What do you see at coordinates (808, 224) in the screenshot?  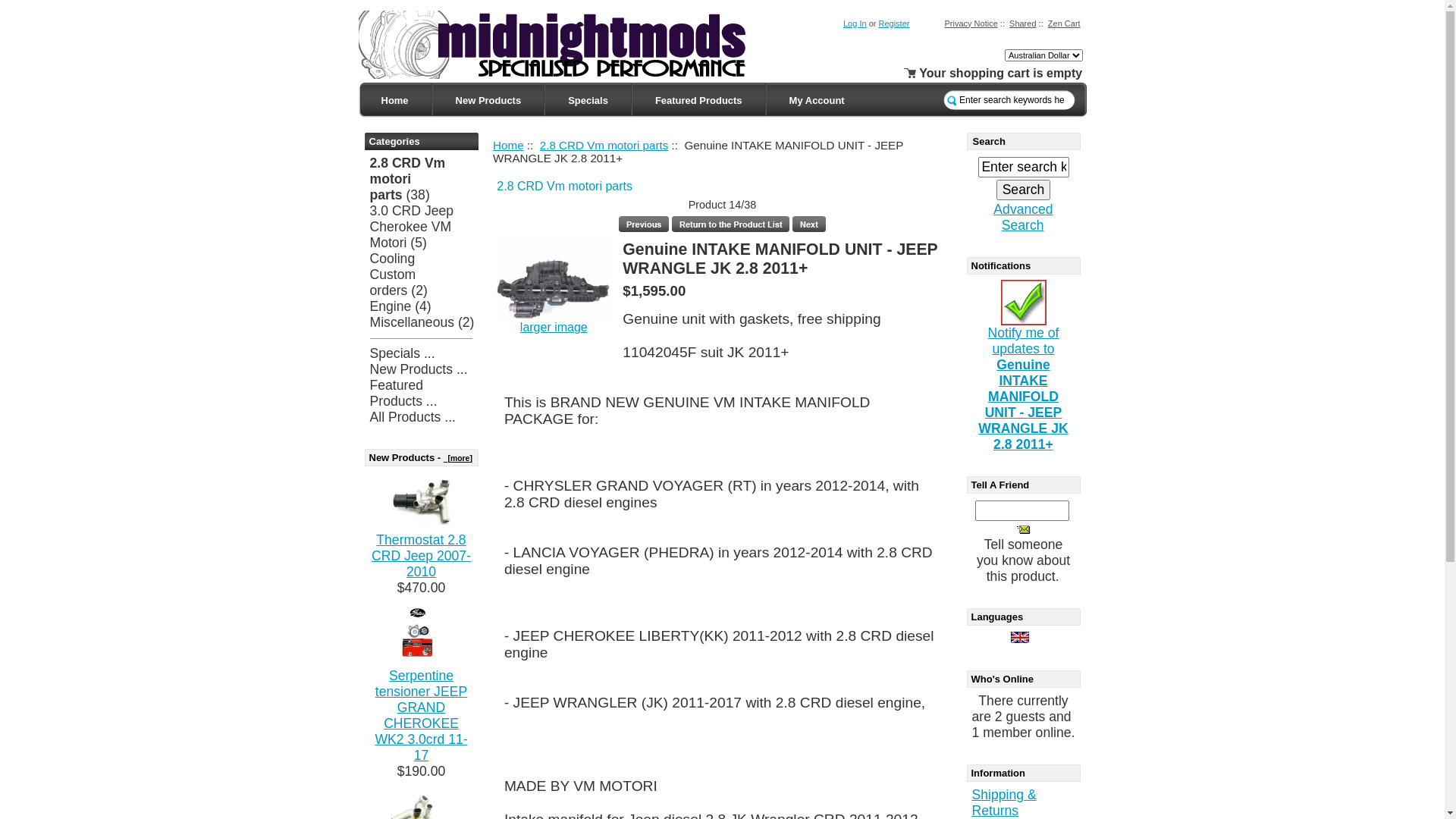 I see `' Next '` at bounding box center [808, 224].